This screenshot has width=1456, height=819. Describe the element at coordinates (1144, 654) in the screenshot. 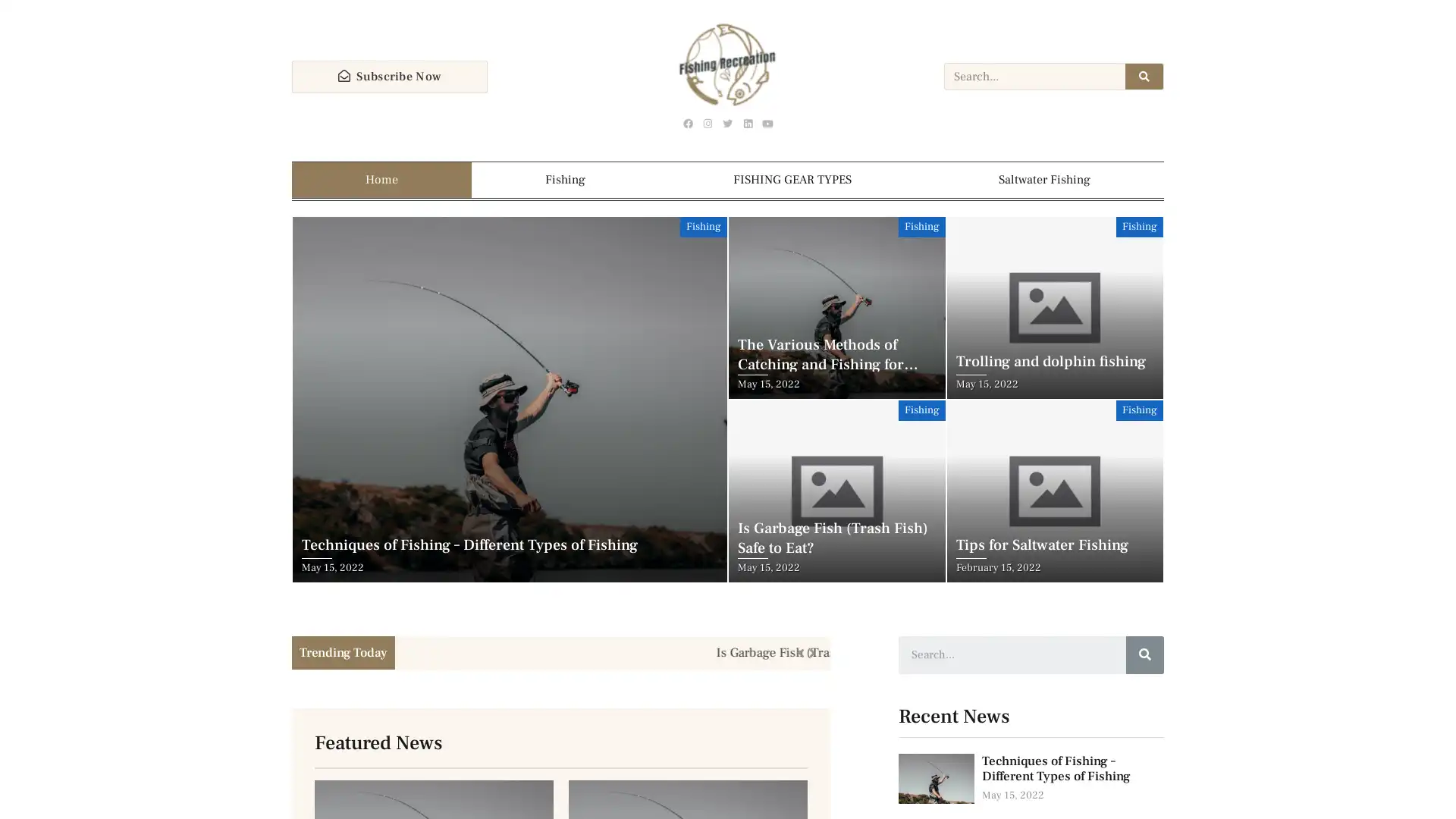

I see `Search` at that location.